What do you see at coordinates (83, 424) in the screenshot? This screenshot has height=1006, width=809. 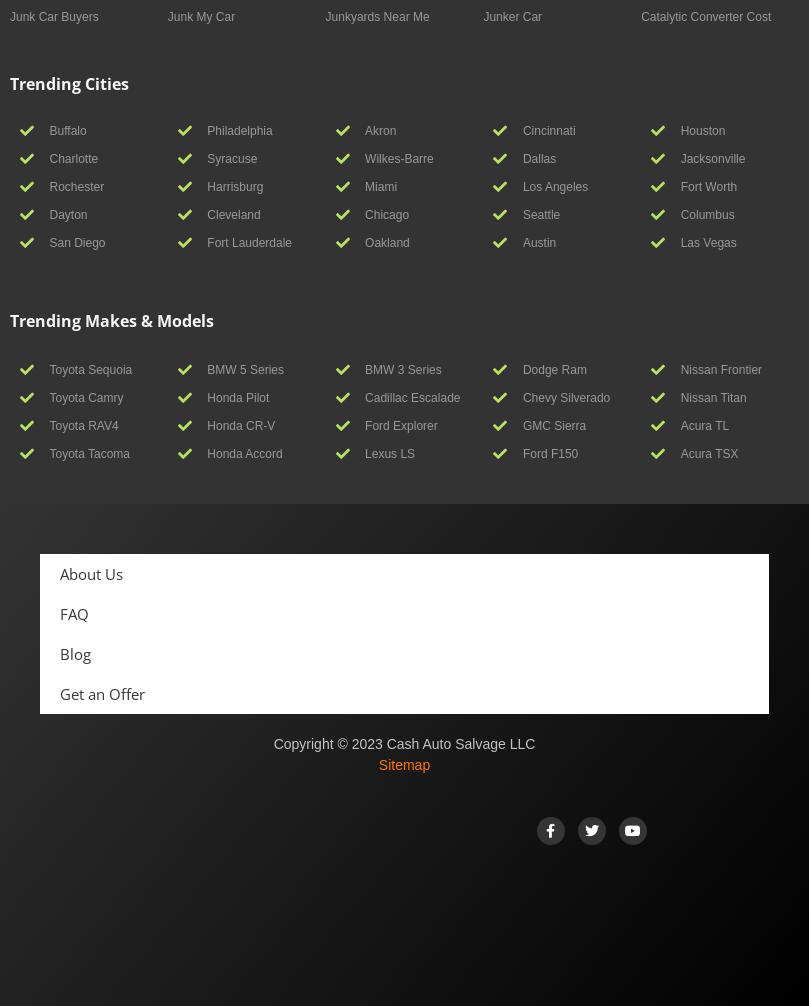 I see `'Toyota RAV4'` at bounding box center [83, 424].